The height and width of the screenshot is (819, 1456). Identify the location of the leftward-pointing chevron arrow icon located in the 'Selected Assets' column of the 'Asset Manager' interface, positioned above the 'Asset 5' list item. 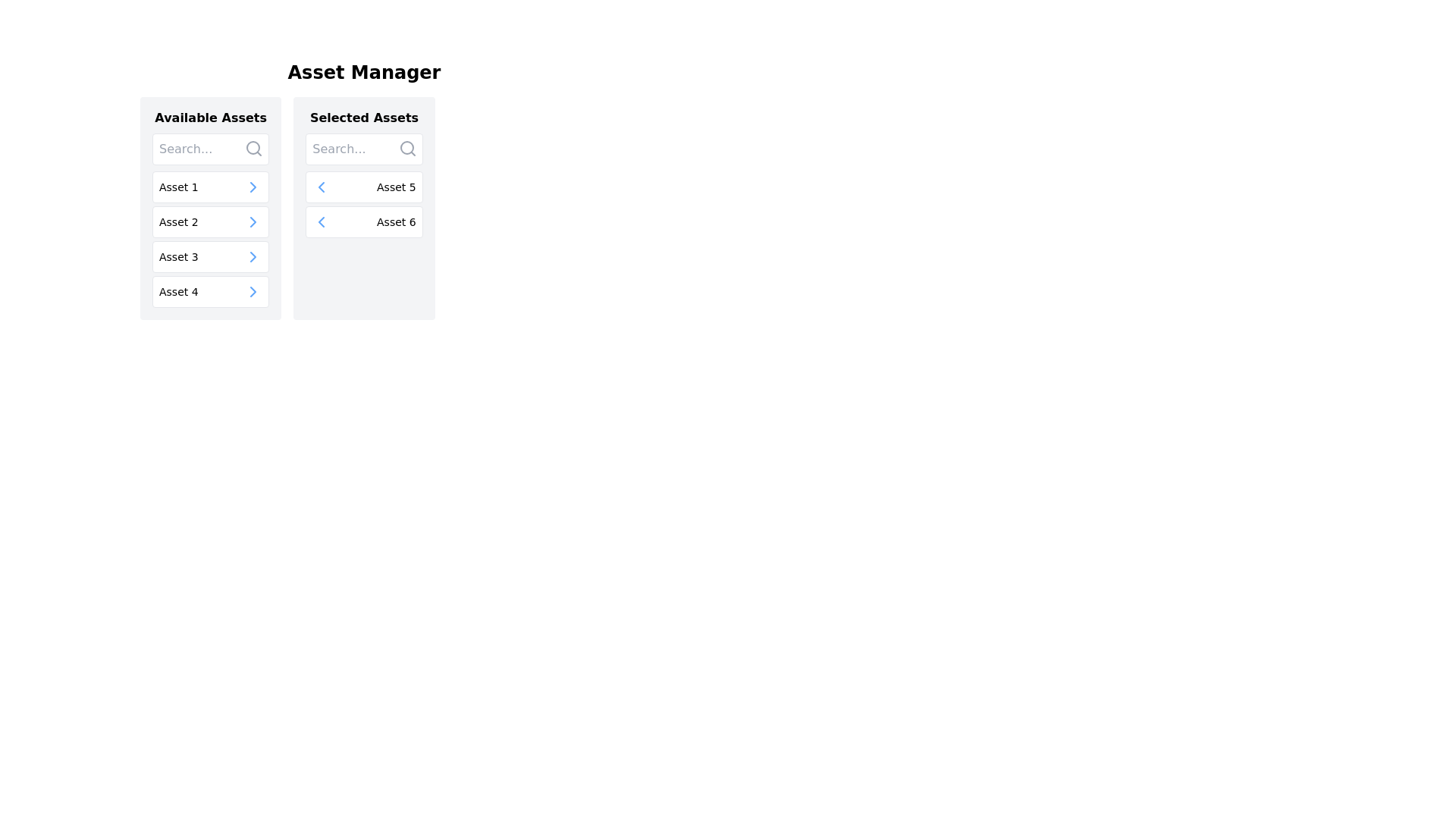
(321, 222).